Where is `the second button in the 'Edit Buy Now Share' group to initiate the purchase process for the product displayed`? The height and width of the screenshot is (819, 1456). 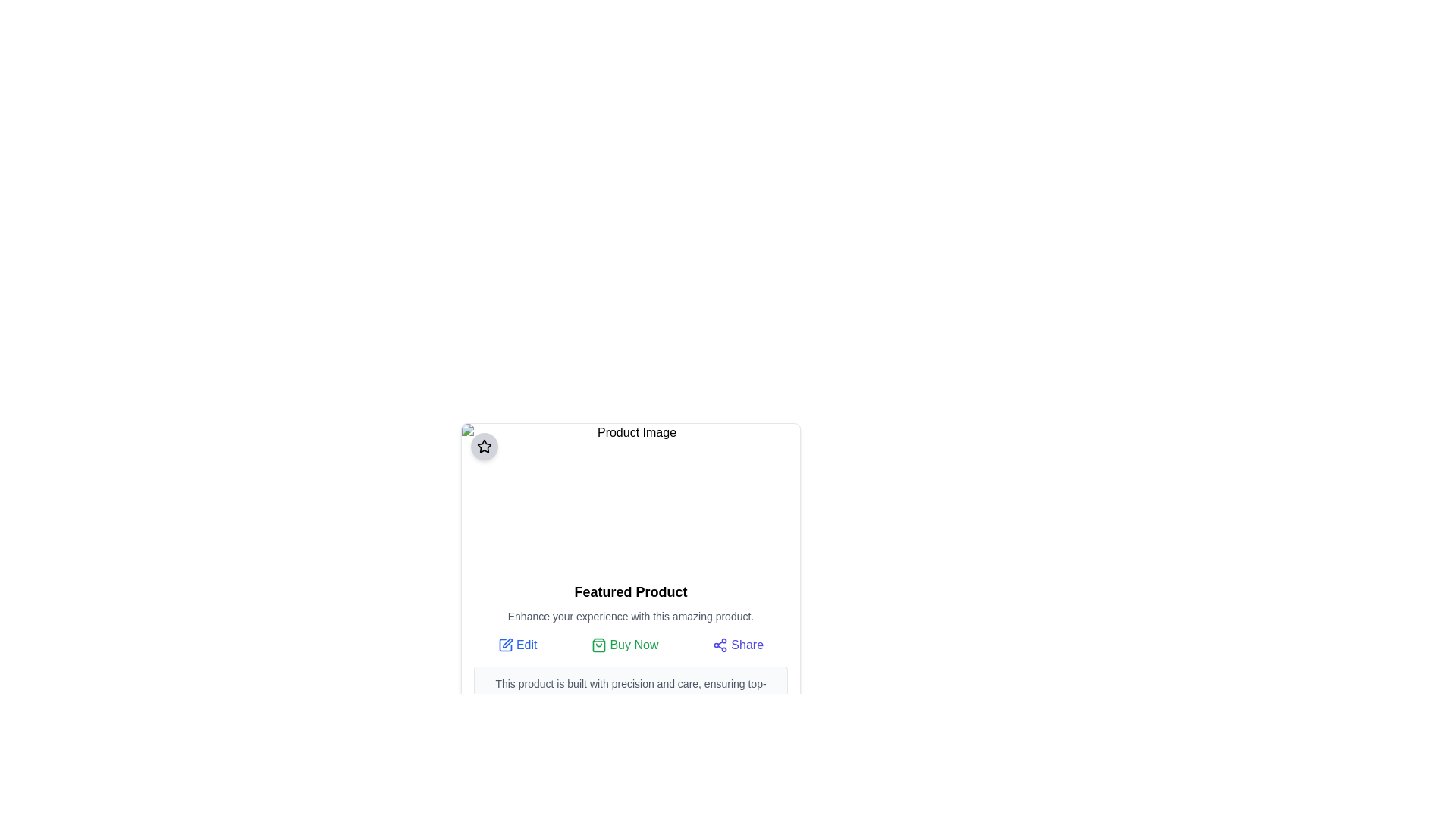 the second button in the 'Edit Buy Now Share' group to initiate the purchase process for the product displayed is located at coordinates (625, 645).